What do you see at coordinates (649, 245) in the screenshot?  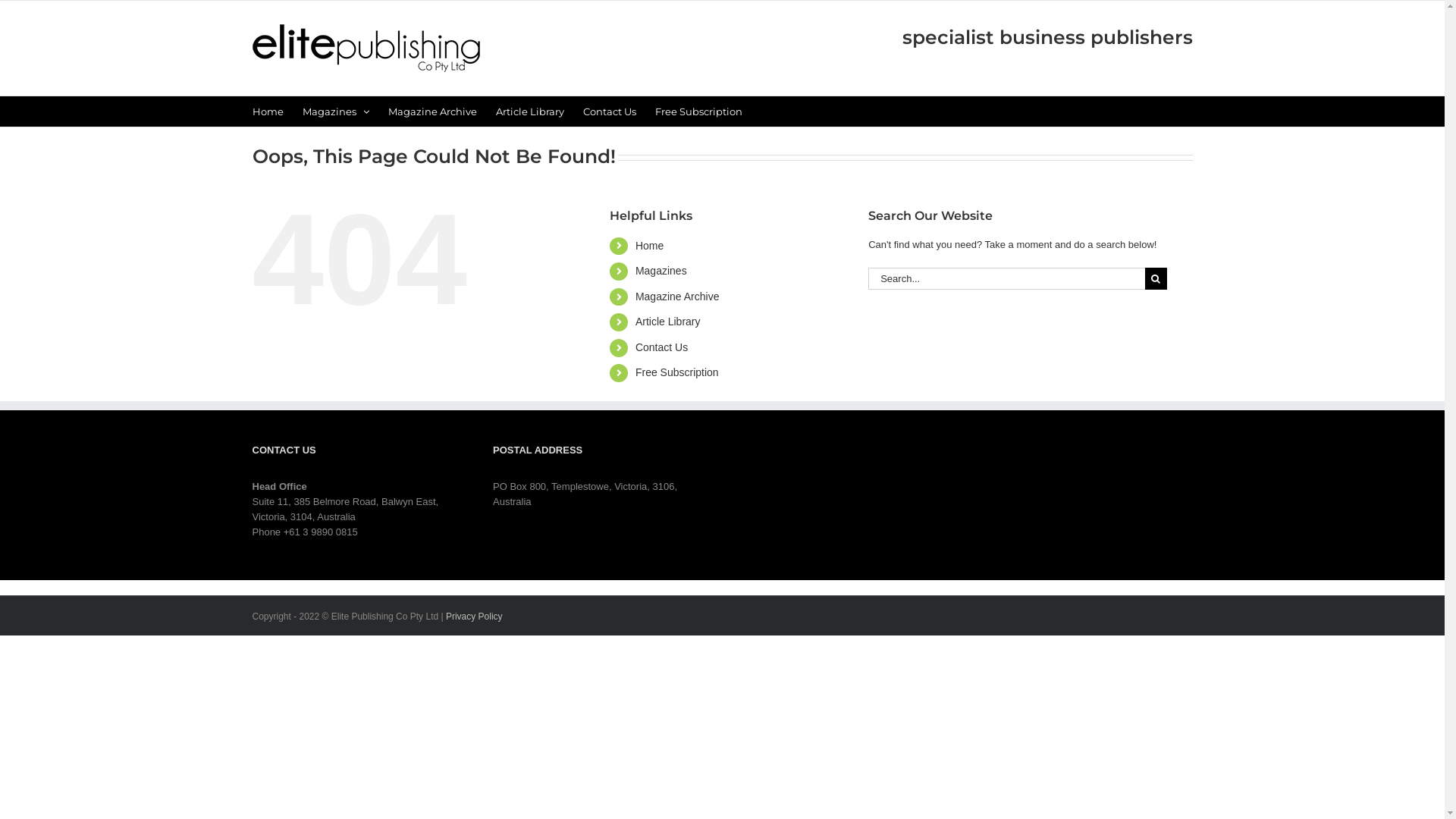 I see `'Home'` at bounding box center [649, 245].